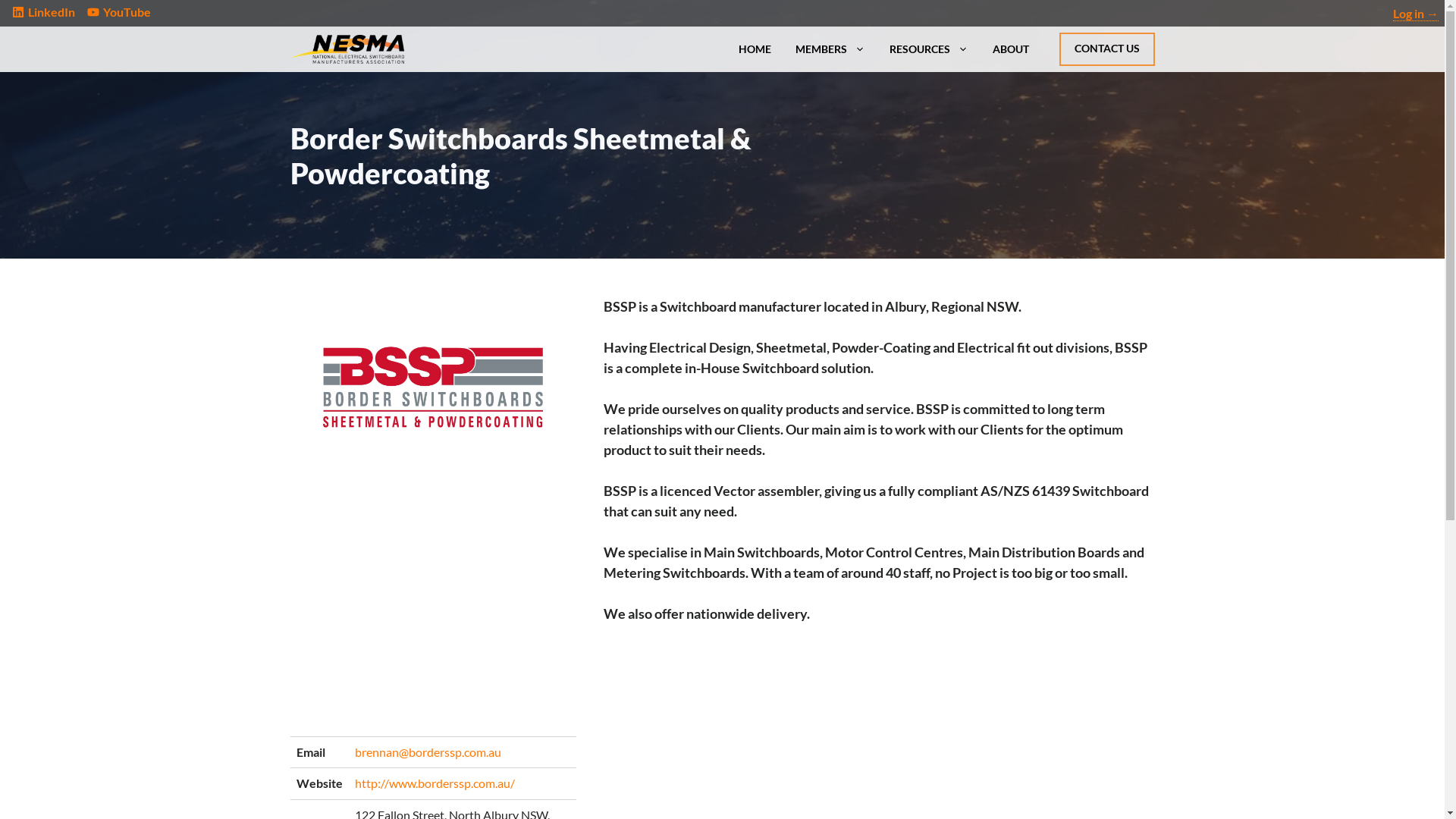 This screenshot has height=819, width=1456. I want to click on 'ABOUT', so click(1010, 49).